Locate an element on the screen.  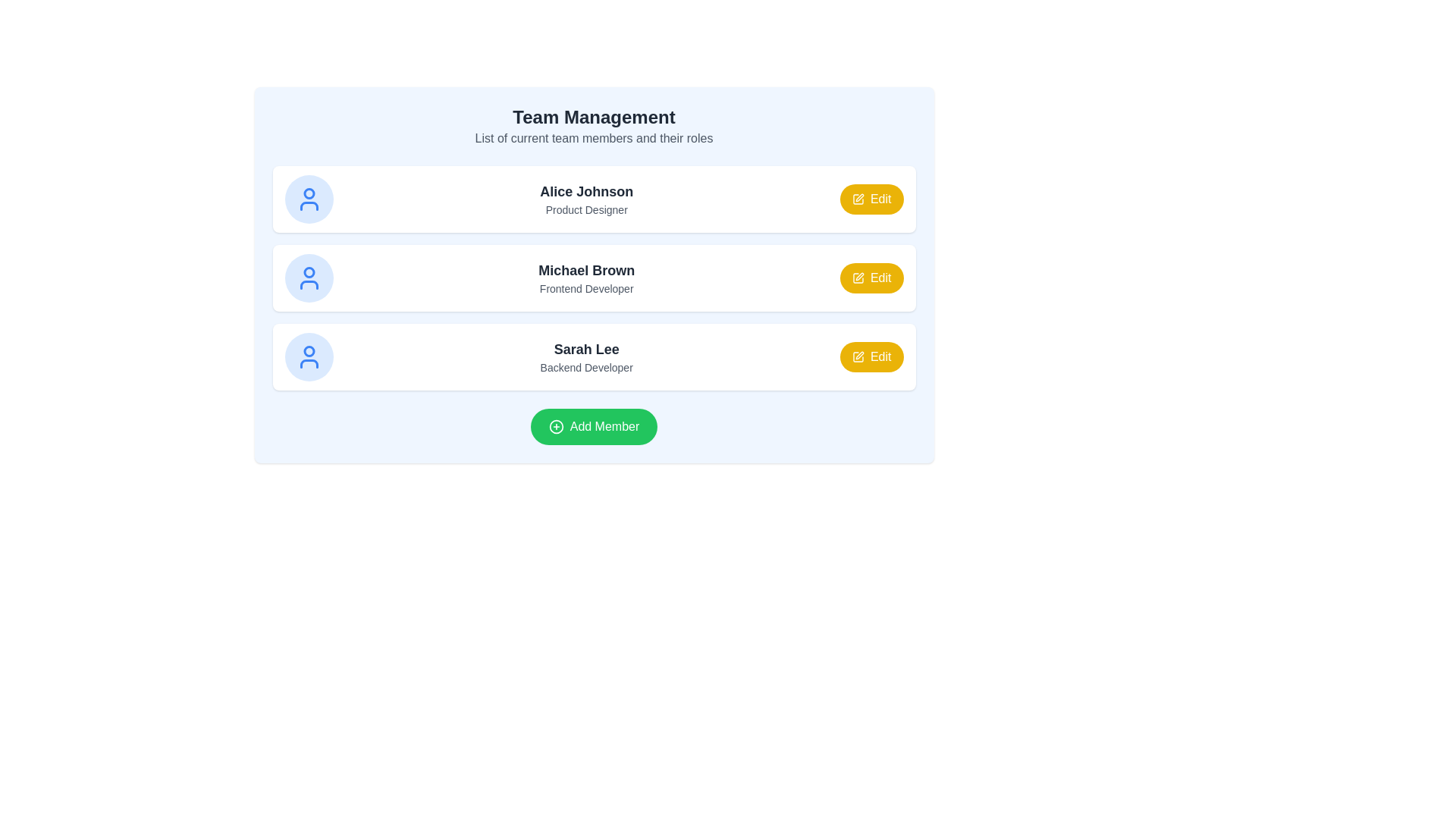
the text label displaying the name and role of the team member in the second row of the 'Team Management' list, located between the user avatar icon and the 'Edit' button is located at coordinates (585, 278).